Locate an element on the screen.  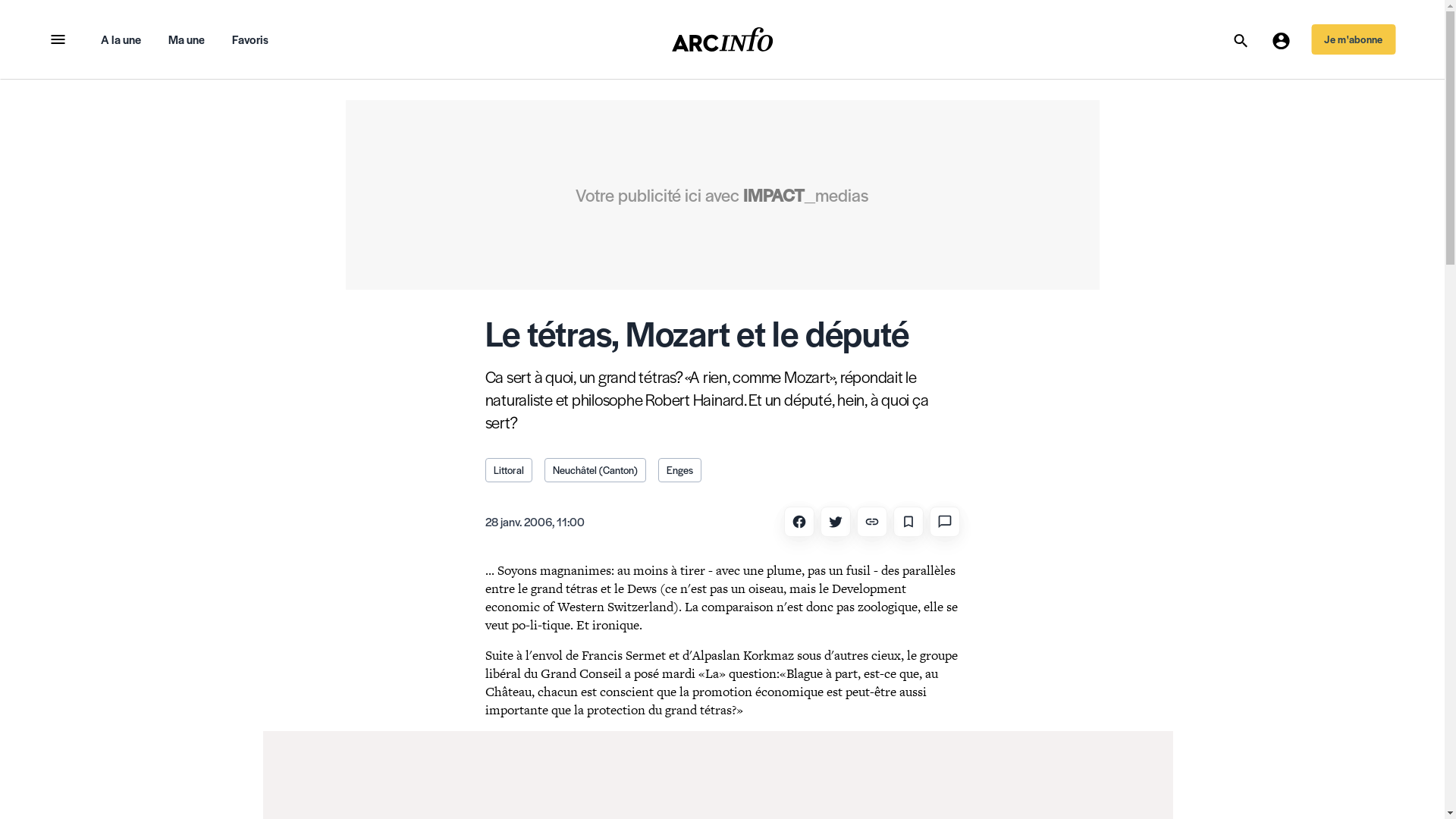
'A la une' is located at coordinates (119, 38).